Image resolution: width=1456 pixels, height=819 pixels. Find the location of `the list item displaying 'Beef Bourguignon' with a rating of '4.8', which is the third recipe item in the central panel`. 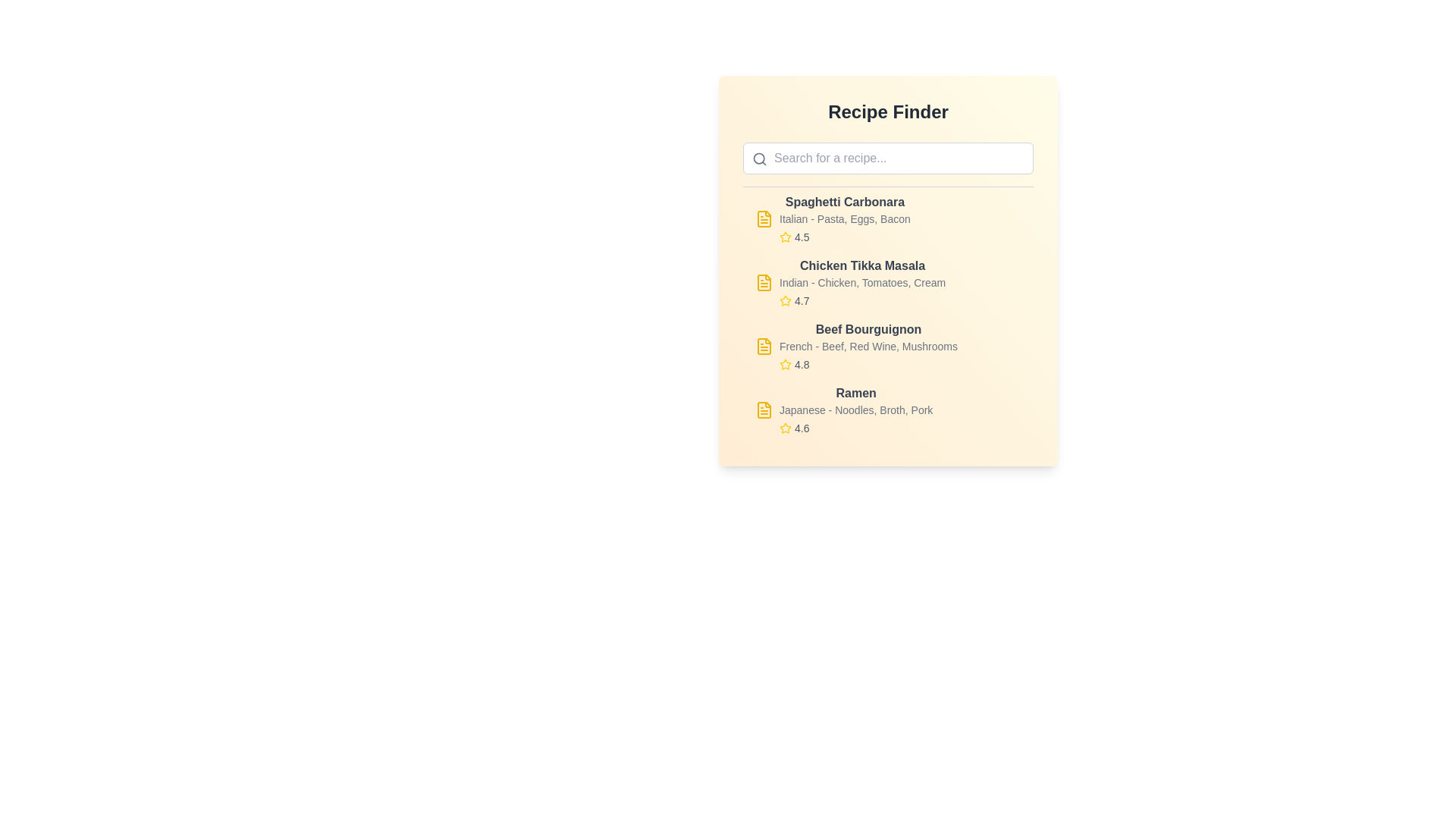

the list item displaying 'Beef Bourguignon' with a rating of '4.8', which is the third recipe item in the central panel is located at coordinates (888, 346).